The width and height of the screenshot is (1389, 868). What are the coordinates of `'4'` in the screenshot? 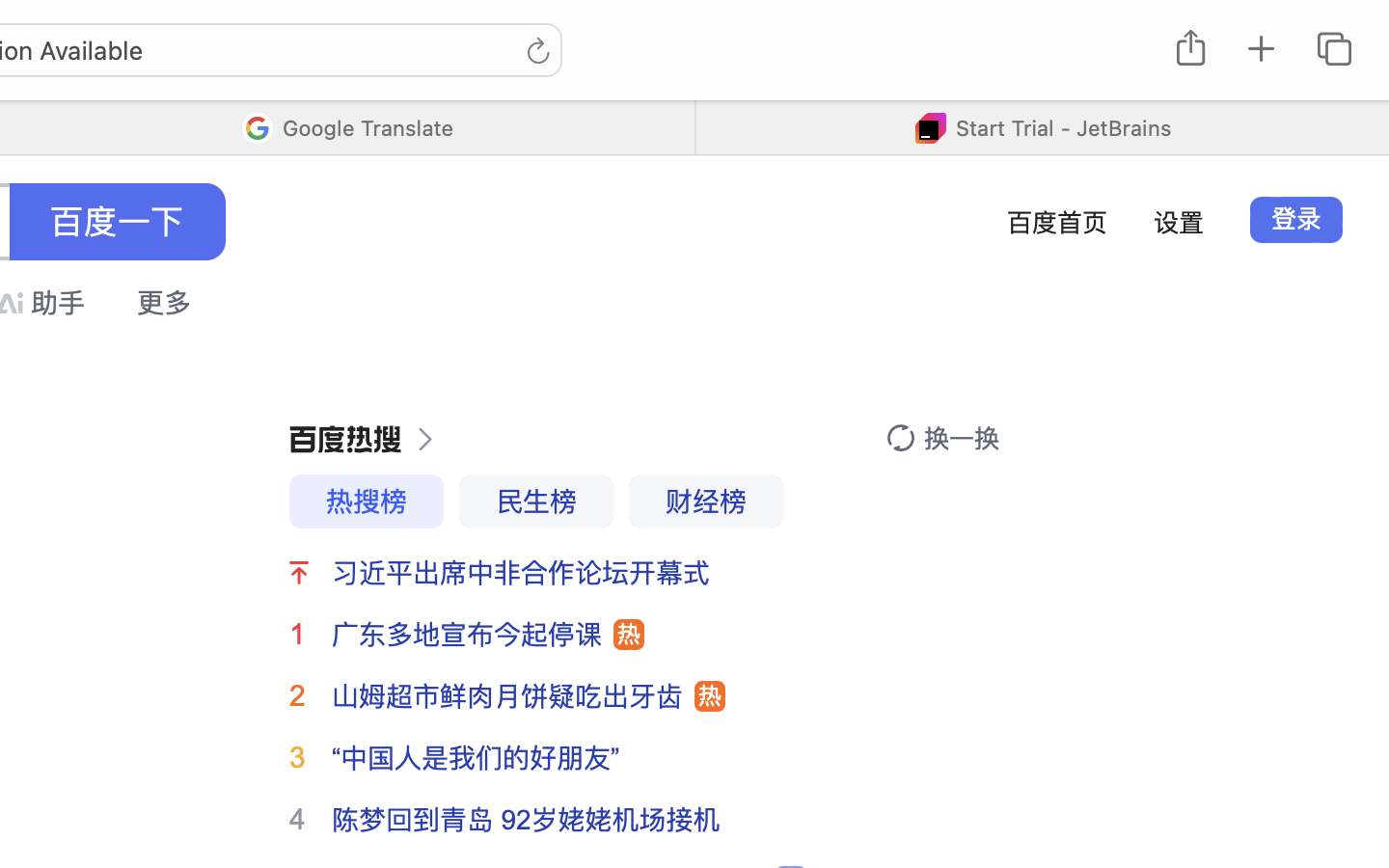 It's located at (297, 818).